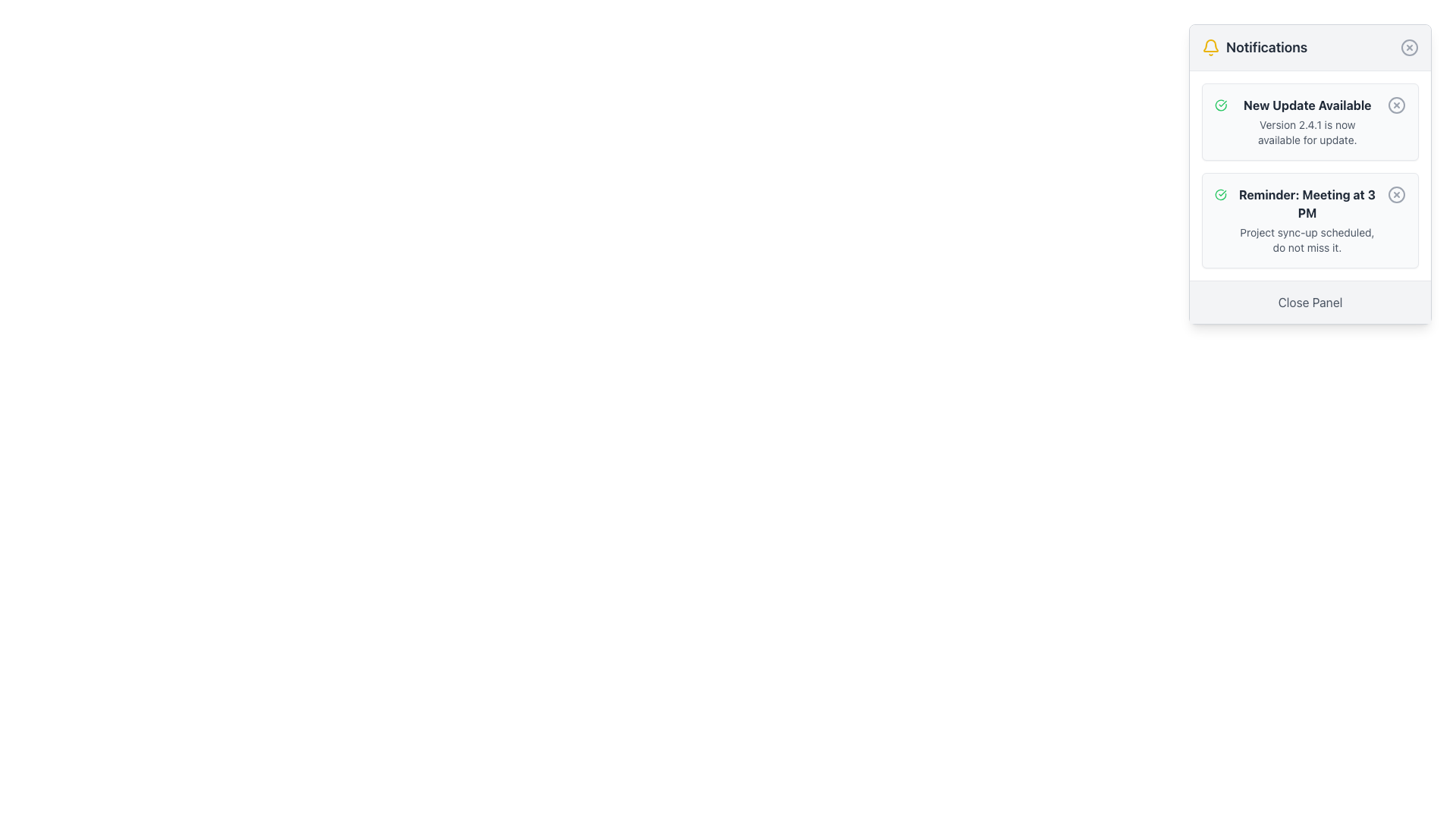 This screenshot has width=1456, height=819. Describe the element at coordinates (1306, 203) in the screenshot. I see `the bold-text notification title that reads 'Reminder: Meeting at 3 PM' which is located in the top section of its notification block` at that location.